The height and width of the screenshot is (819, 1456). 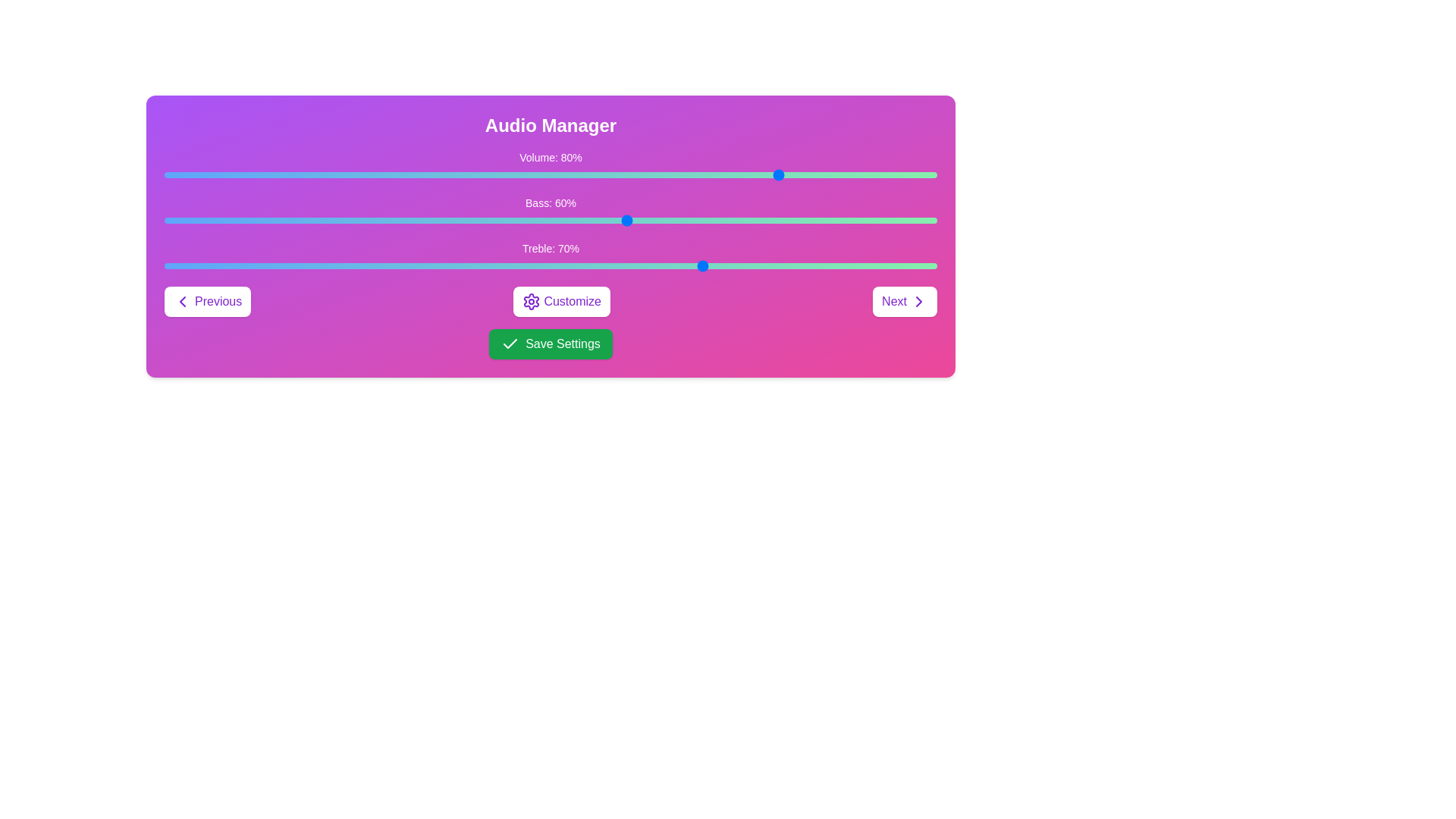 What do you see at coordinates (310, 265) in the screenshot?
I see `the slider` at bounding box center [310, 265].